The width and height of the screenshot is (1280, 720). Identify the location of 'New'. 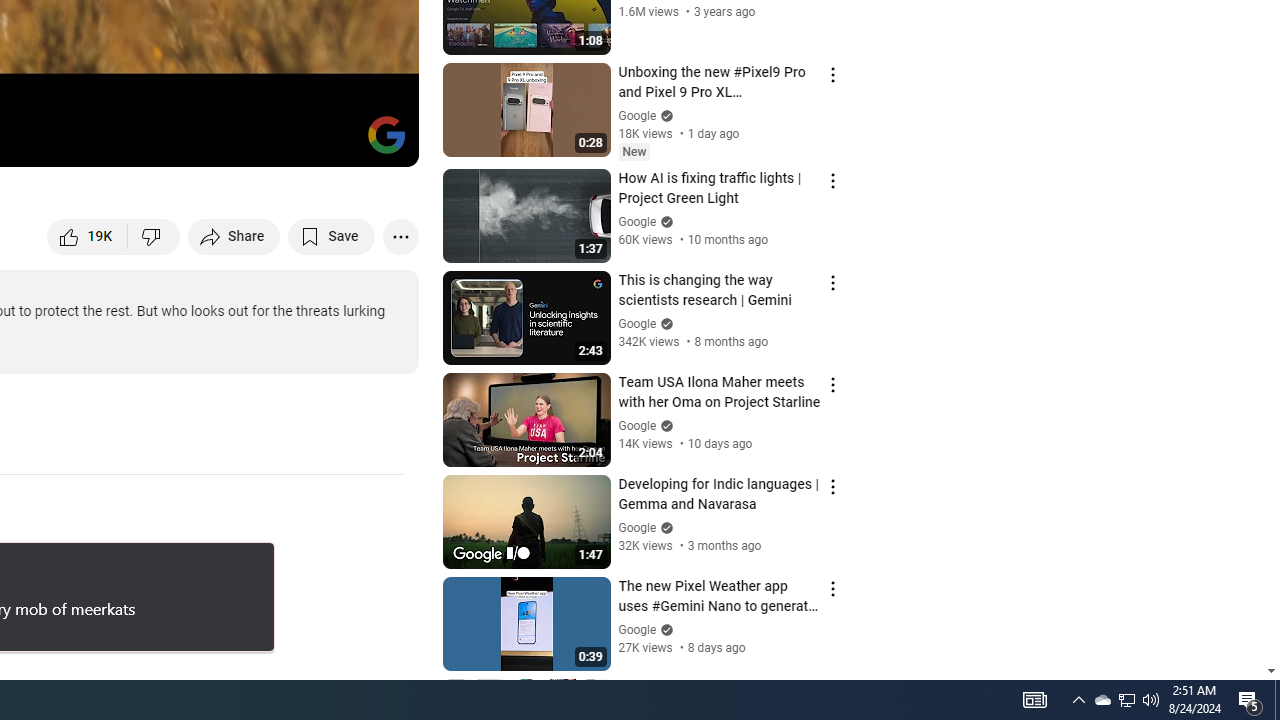
(633, 151).